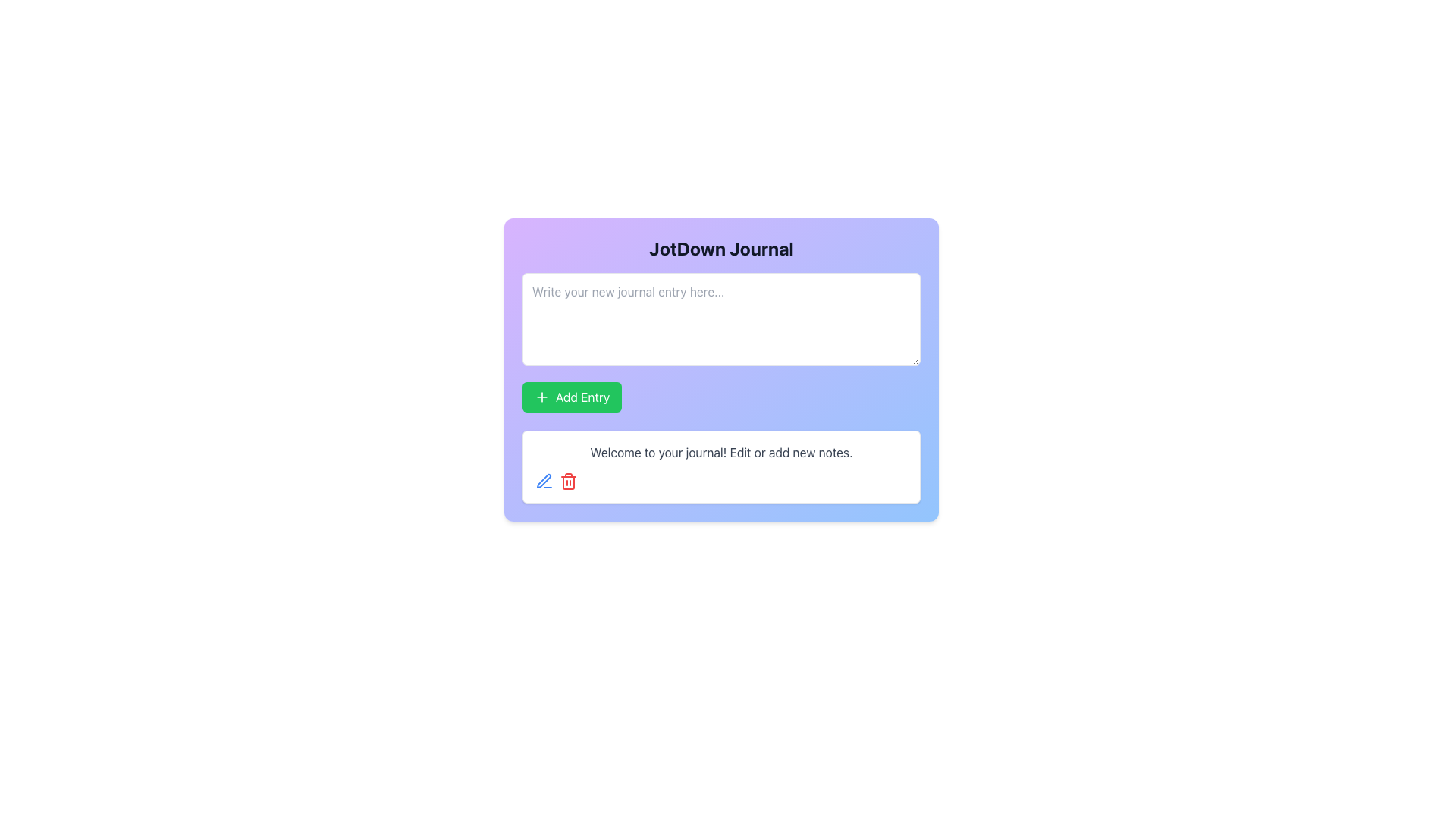 The height and width of the screenshot is (819, 1456). I want to click on the 'Edit' icon button located in the bottom-left portion of the card under the 'Add Entry' section, so click(544, 480).